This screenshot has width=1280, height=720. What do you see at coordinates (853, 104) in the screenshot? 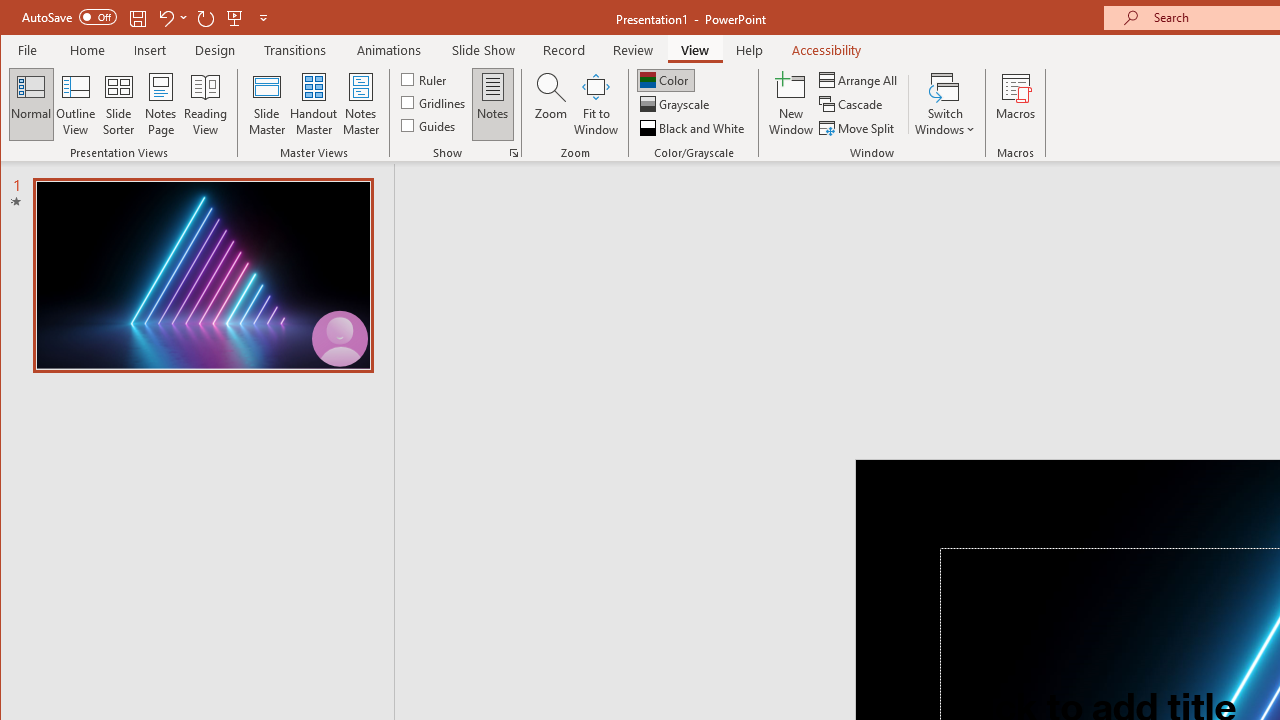
I see `'Cascade'` at bounding box center [853, 104].